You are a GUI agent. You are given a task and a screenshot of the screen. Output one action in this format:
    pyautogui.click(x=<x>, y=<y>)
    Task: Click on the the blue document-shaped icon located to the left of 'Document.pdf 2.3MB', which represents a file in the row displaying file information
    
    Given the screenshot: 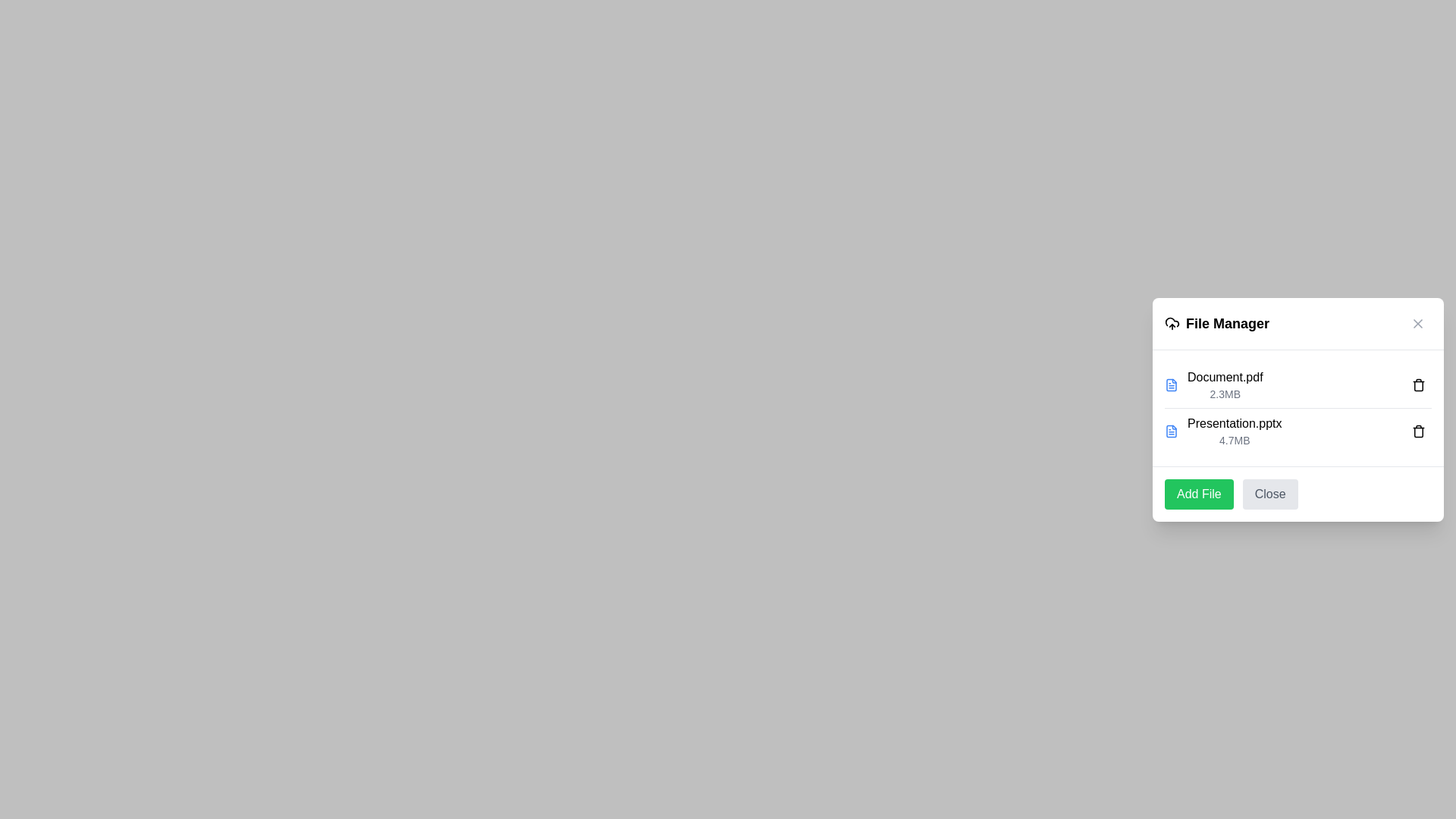 What is the action you would take?
    pyautogui.click(x=1171, y=384)
    